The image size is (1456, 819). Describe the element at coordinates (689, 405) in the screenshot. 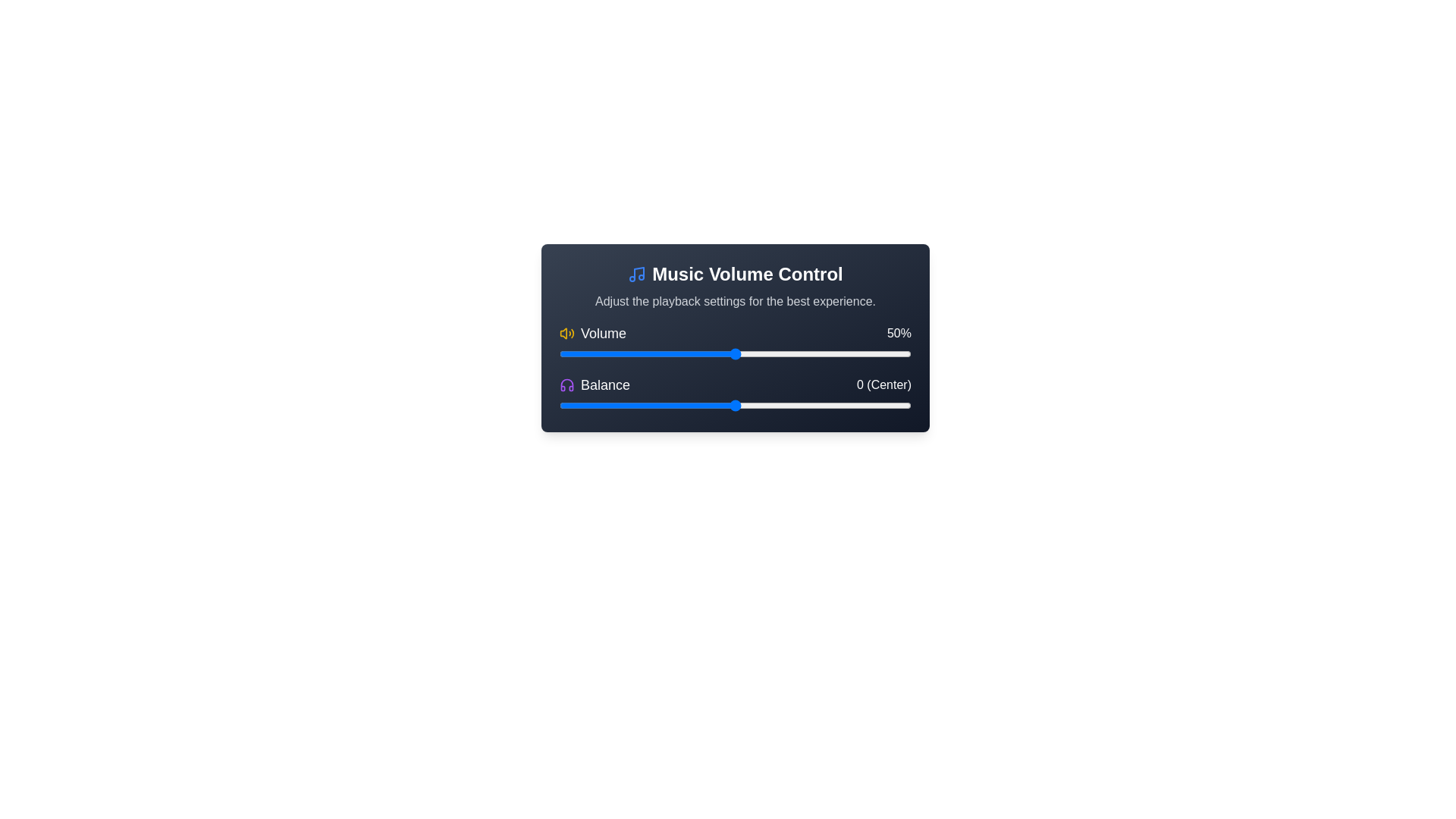

I see `the balance slider to -13 value` at that location.